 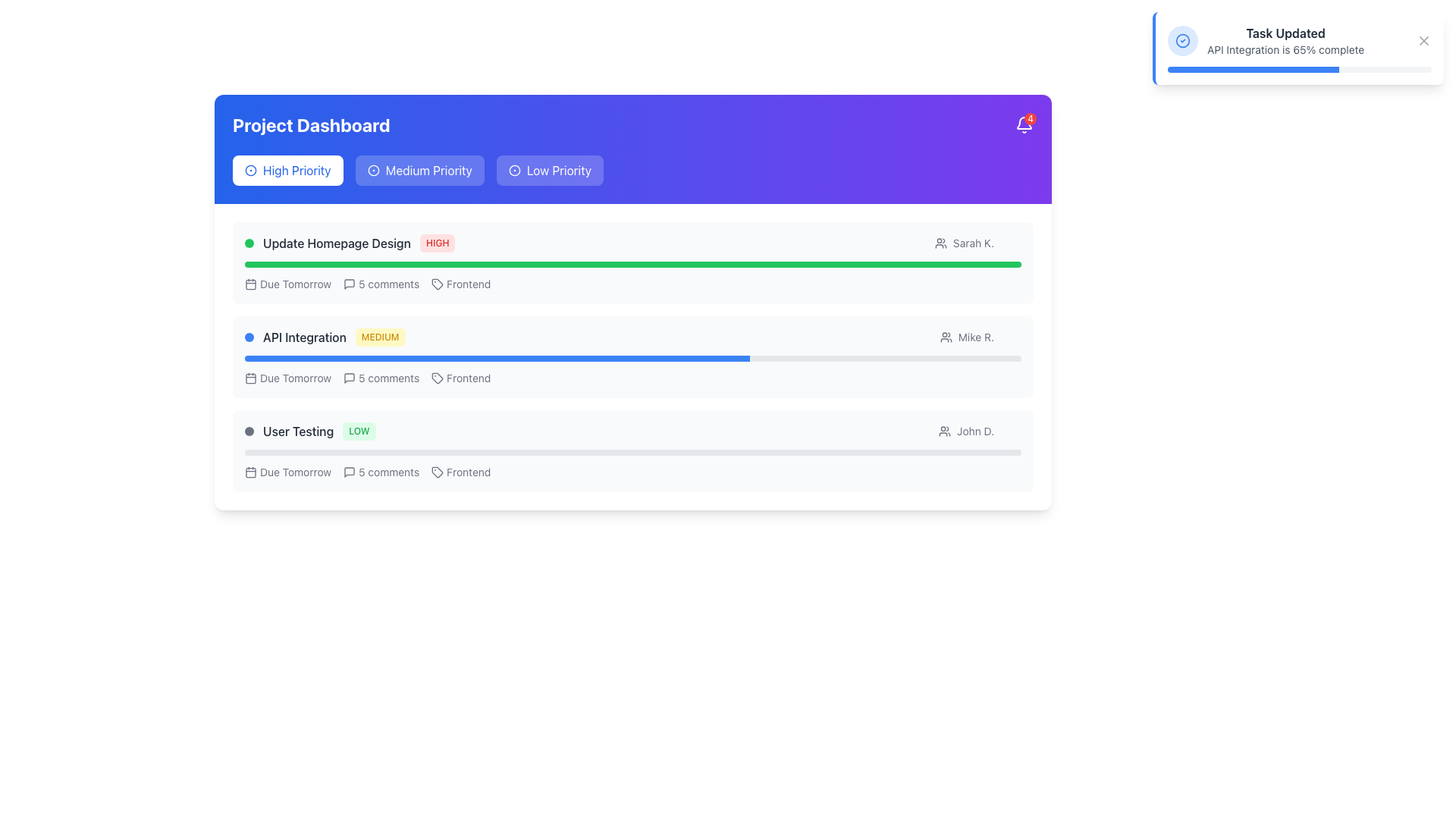 I want to click on the 'Due Tomorrow' text label located in the 'API Integration' row of the project task layout, which is adjacent to a calendar icon, so click(x=296, y=377).